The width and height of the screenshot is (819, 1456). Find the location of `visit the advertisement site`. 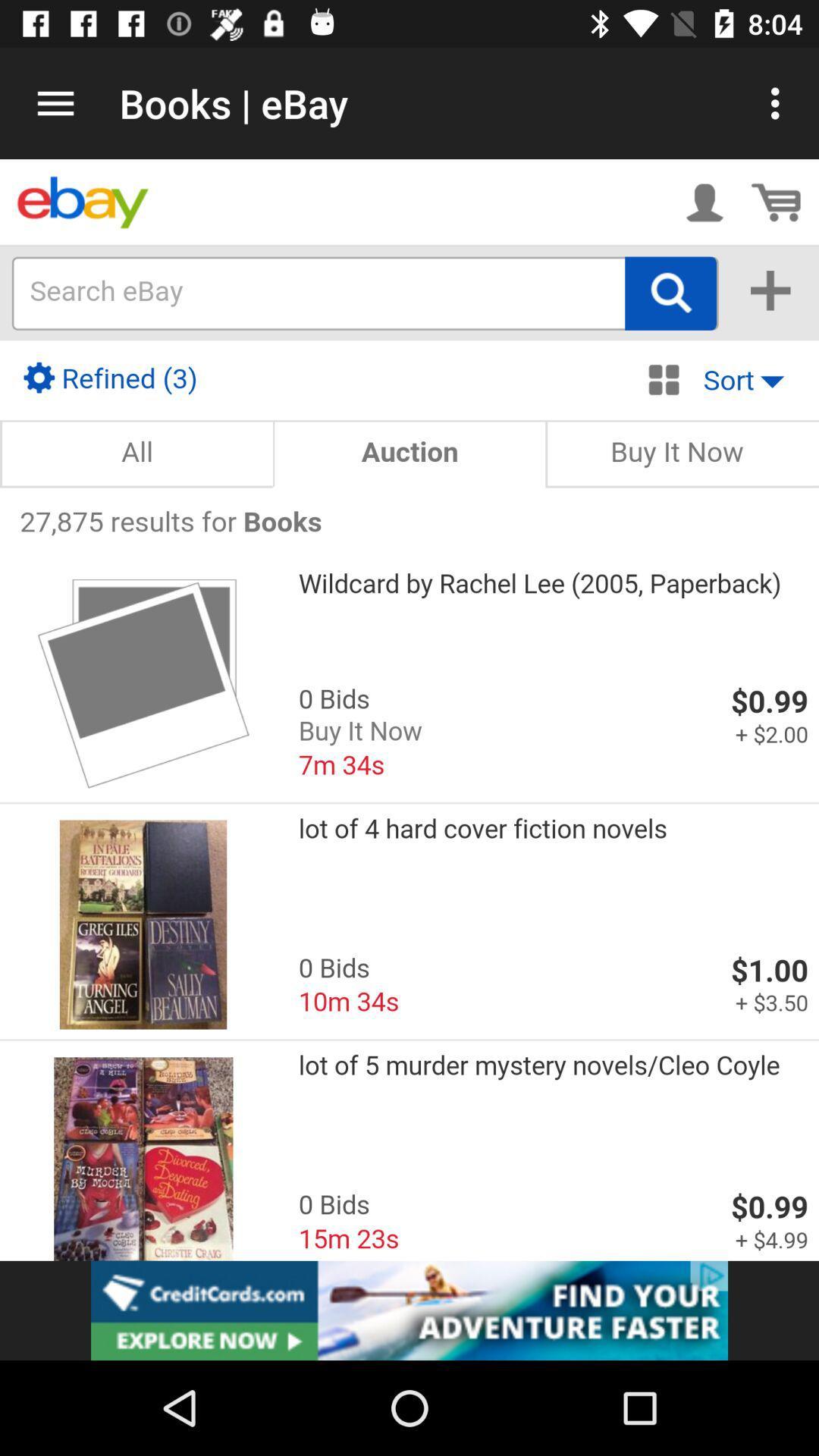

visit the advertisement site is located at coordinates (409, 1310).